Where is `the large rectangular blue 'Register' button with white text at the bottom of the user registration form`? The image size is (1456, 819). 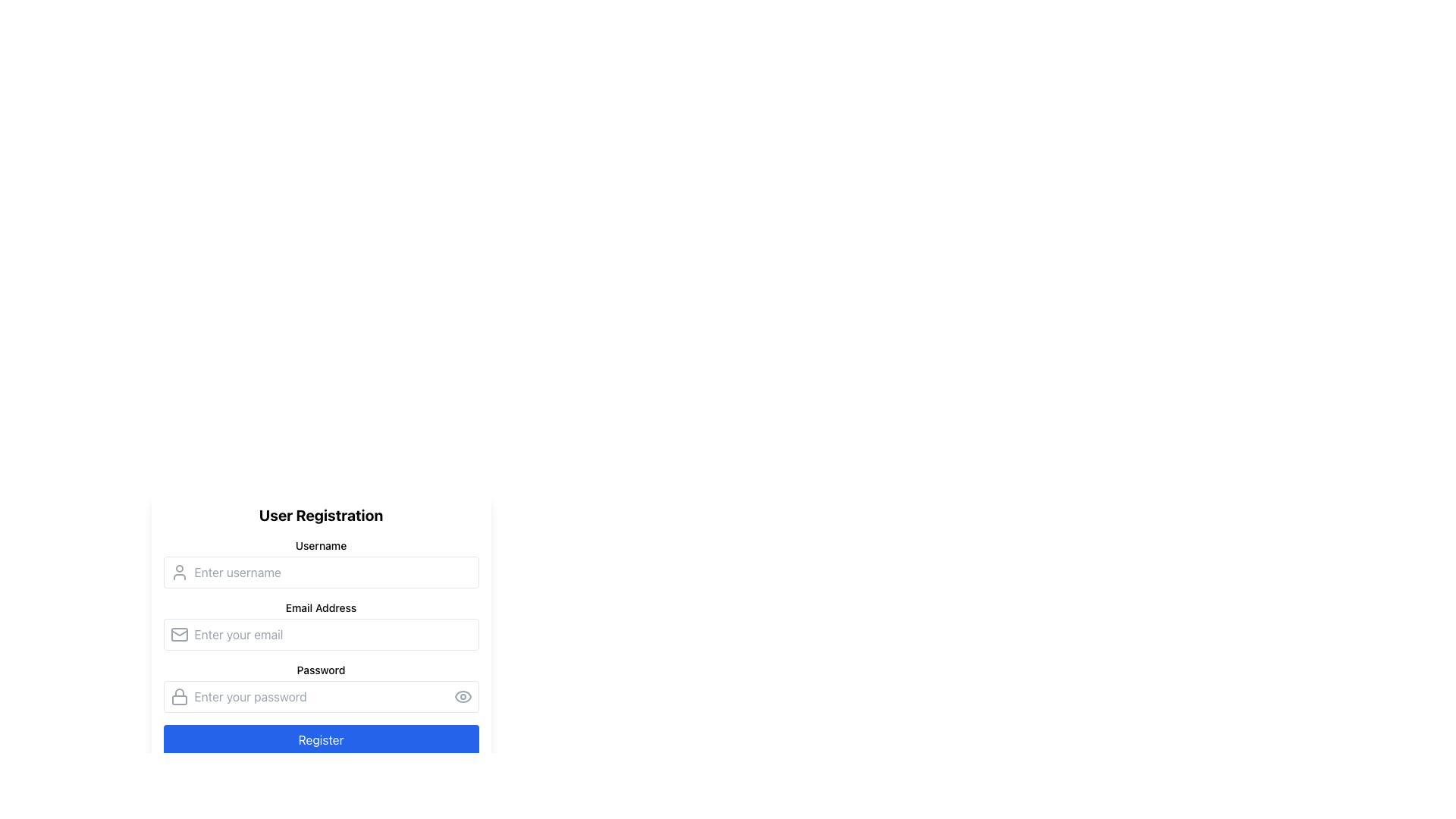 the large rectangular blue 'Register' button with white text at the bottom of the user registration form is located at coordinates (320, 739).